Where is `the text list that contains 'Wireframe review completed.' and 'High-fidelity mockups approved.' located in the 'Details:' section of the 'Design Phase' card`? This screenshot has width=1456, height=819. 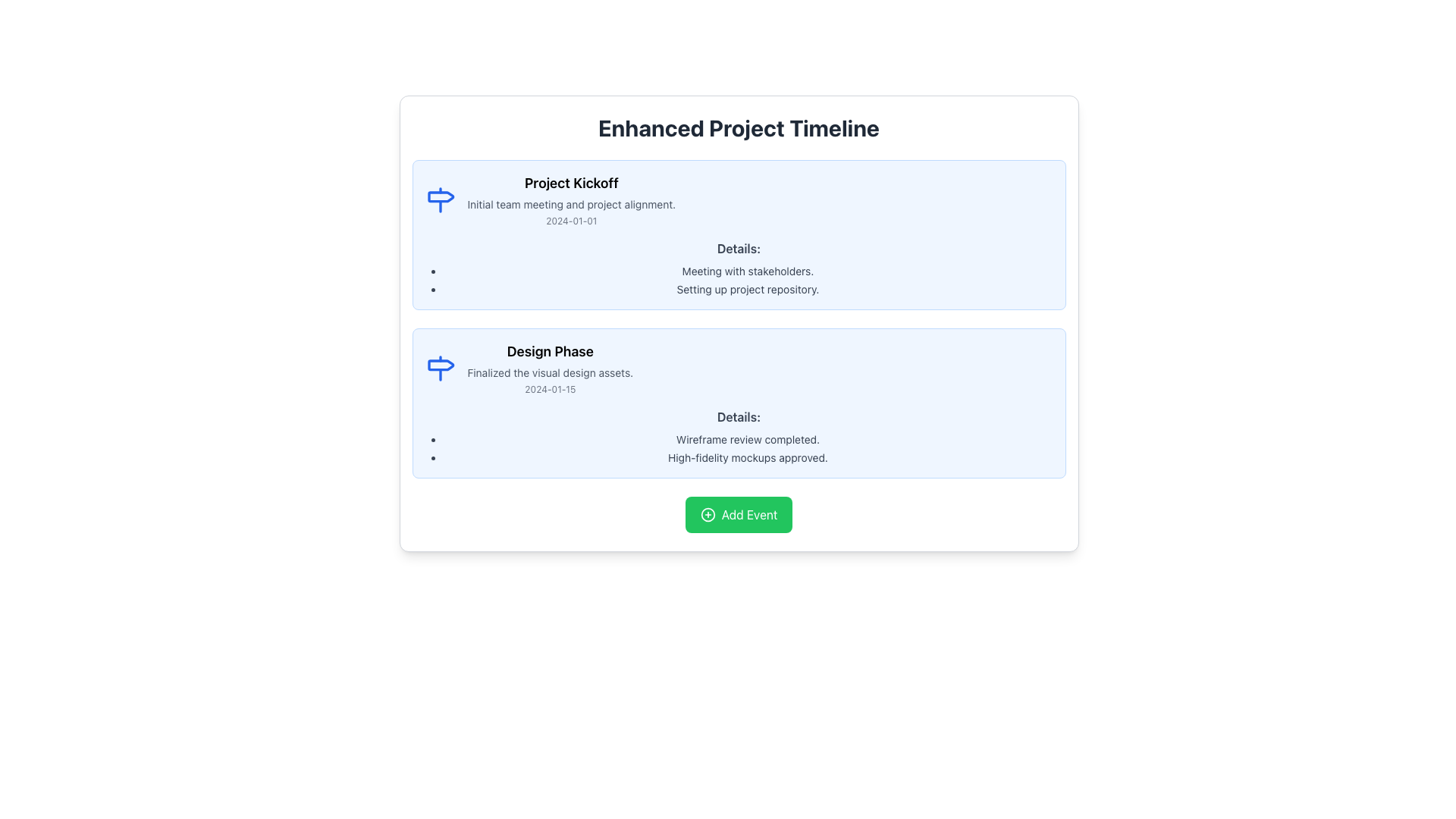
the text list that contains 'Wireframe review completed.' and 'High-fidelity mockups approved.' located in the 'Details:' section of the 'Design Phase' card is located at coordinates (739, 447).